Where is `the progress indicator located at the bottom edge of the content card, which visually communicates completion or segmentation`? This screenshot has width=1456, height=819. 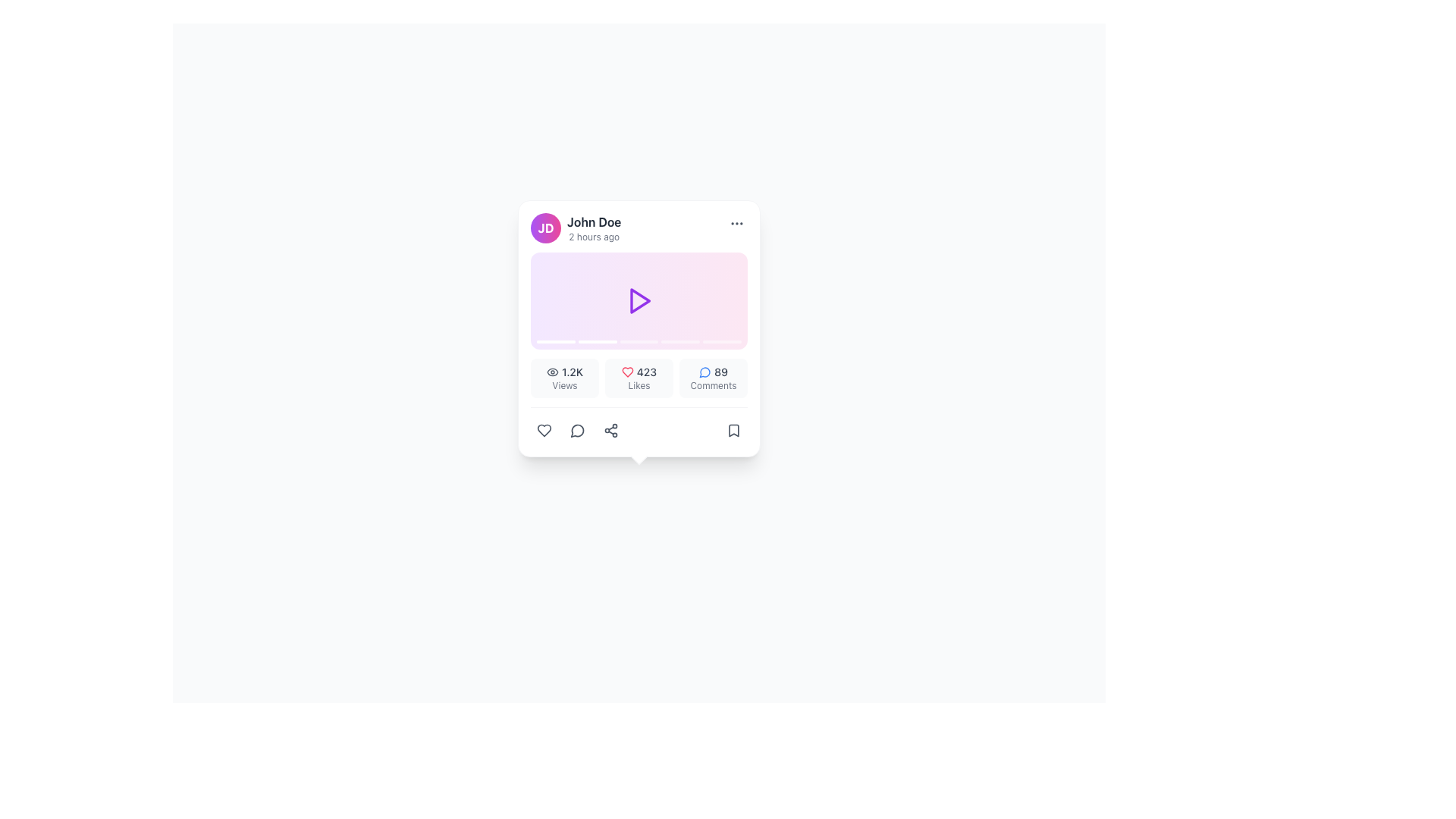
the progress indicator located at the bottom edge of the content card, which visually communicates completion or segmentation is located at coordinates (639, 342).